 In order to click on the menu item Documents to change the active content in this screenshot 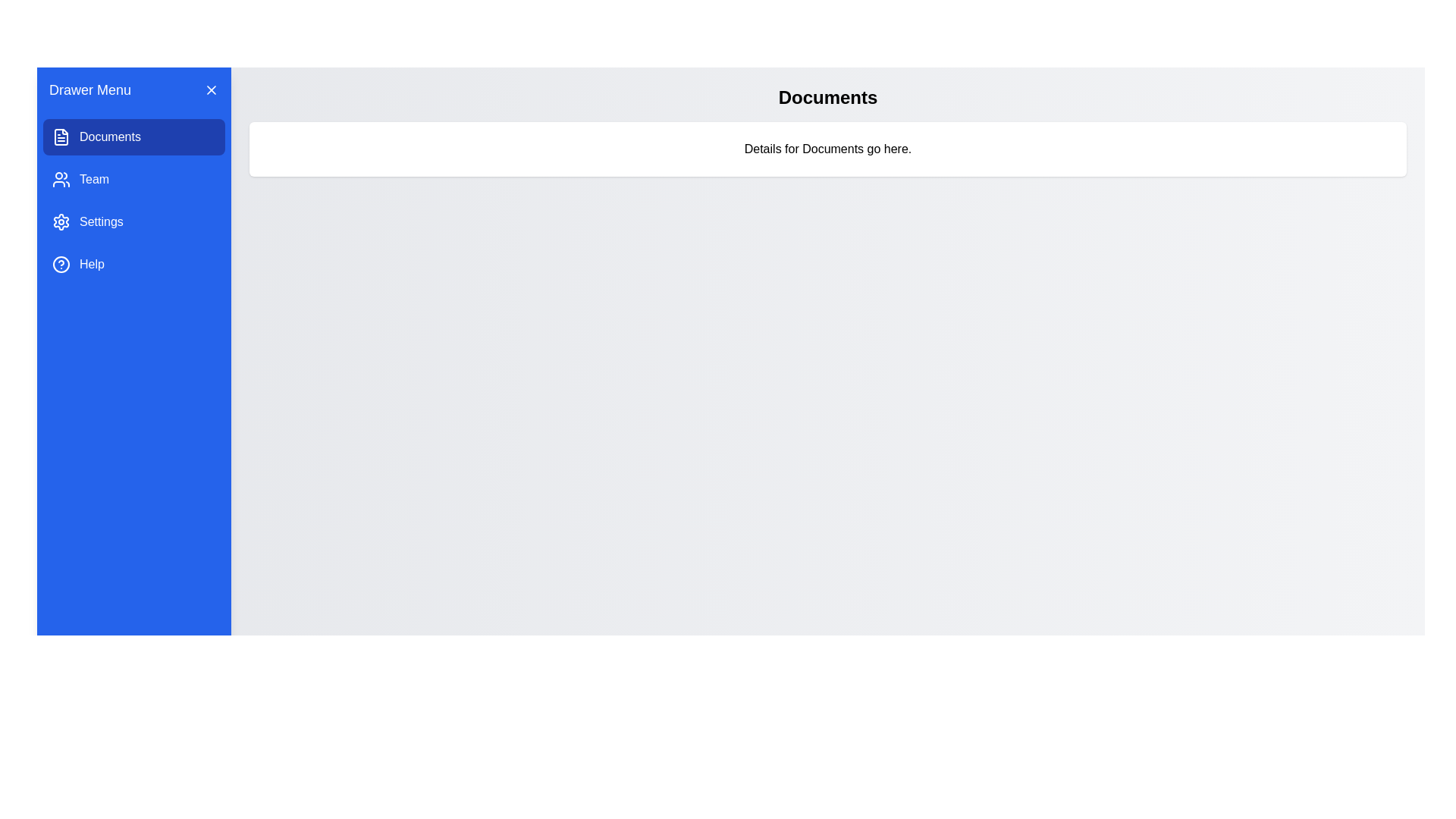, I will do `click(134, 137)`.